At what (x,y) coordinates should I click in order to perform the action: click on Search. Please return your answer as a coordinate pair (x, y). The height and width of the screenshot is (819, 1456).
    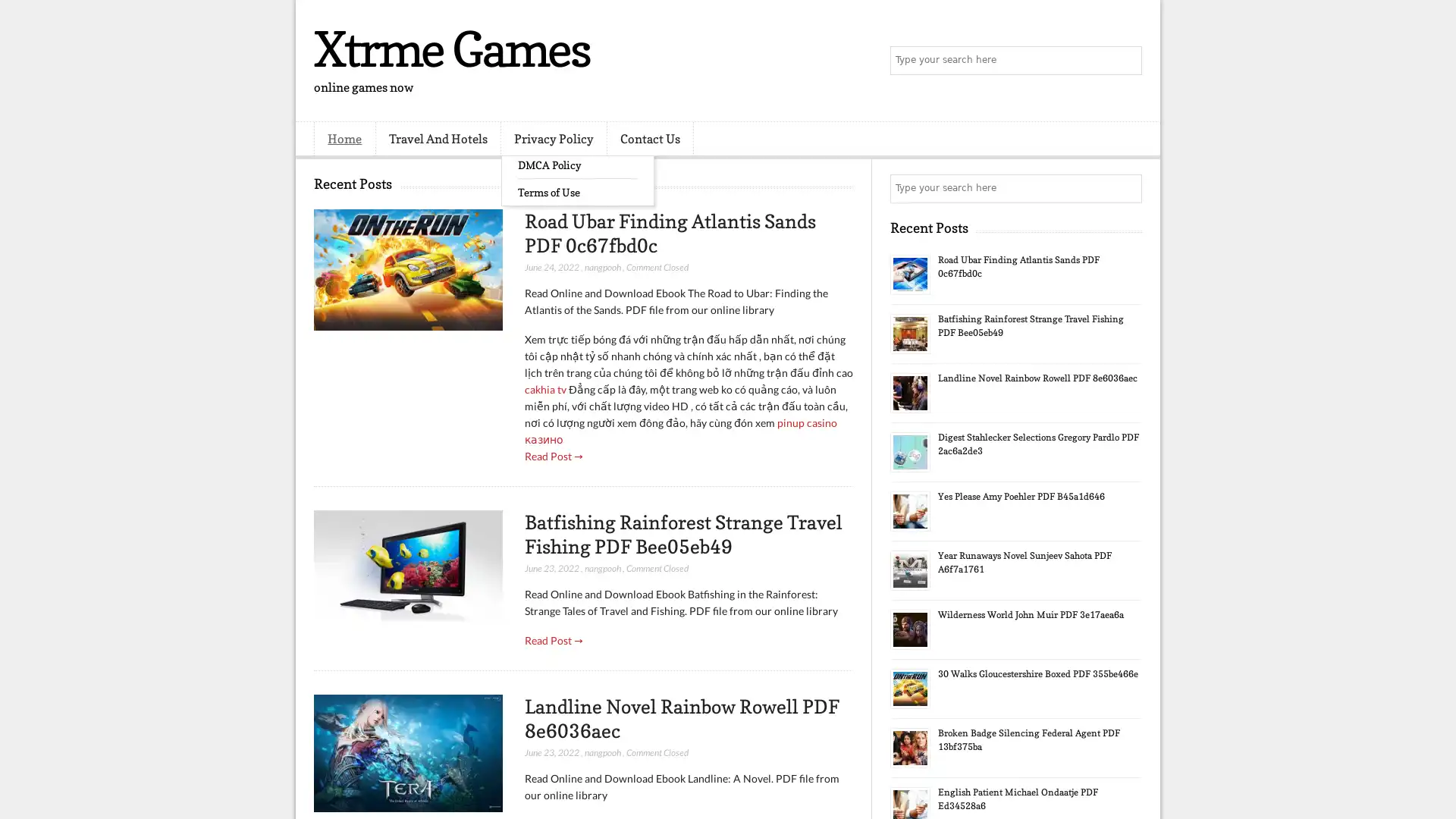
    Looking at the image, I should click on (1126, 61).